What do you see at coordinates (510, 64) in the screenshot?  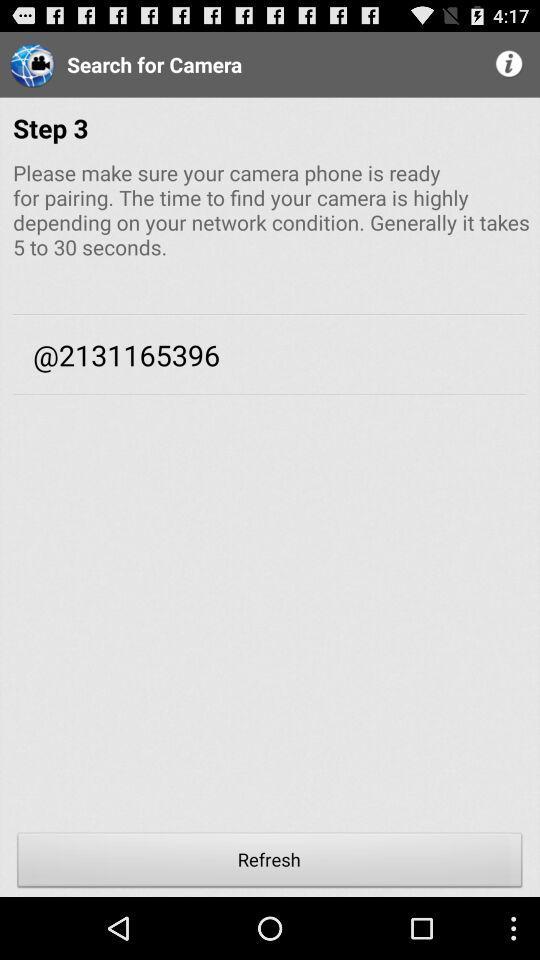 I see `the icon to the right of the search for camera app` at bounding box center [510, 64].